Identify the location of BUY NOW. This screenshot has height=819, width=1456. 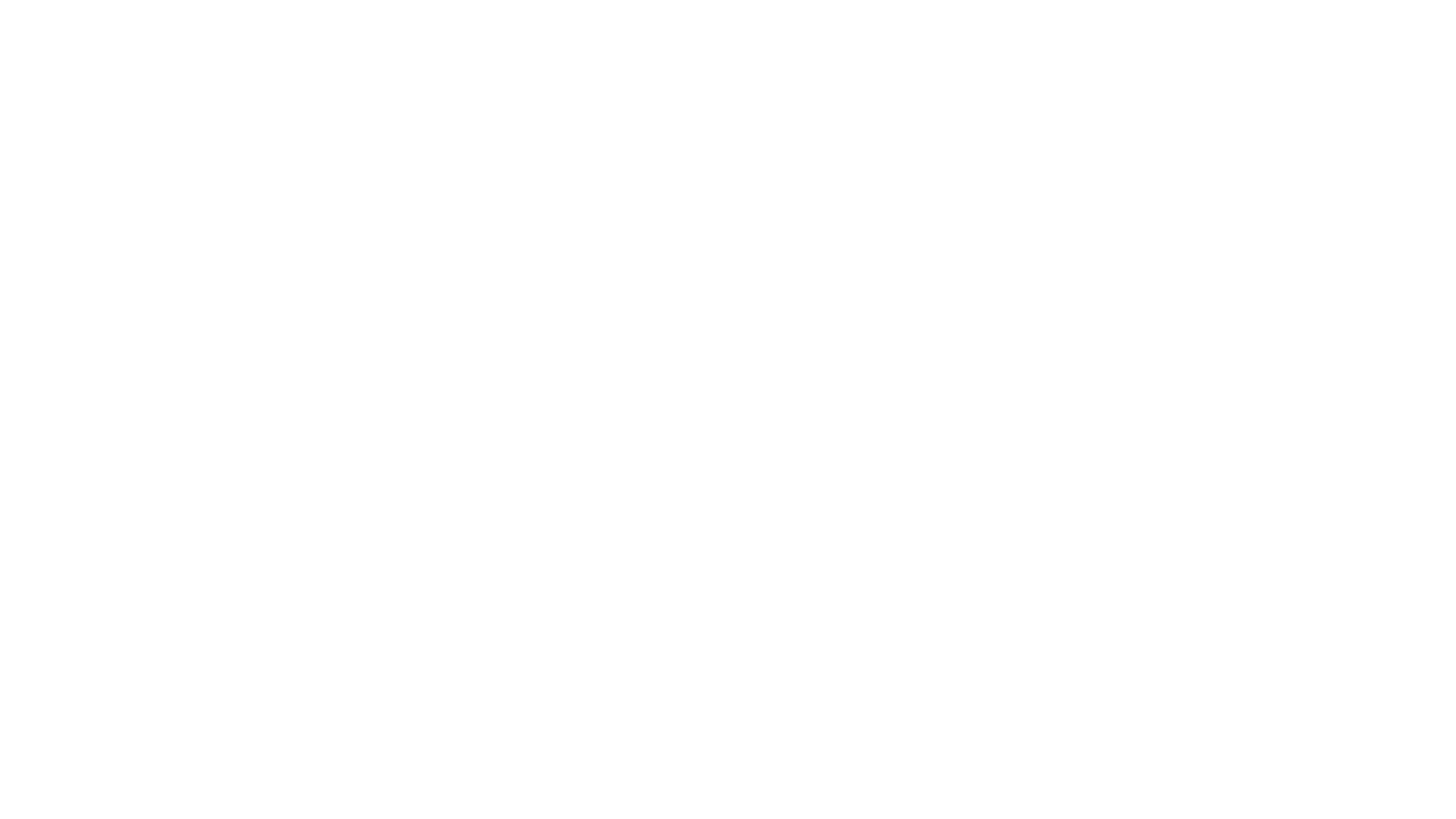
(729, 372).